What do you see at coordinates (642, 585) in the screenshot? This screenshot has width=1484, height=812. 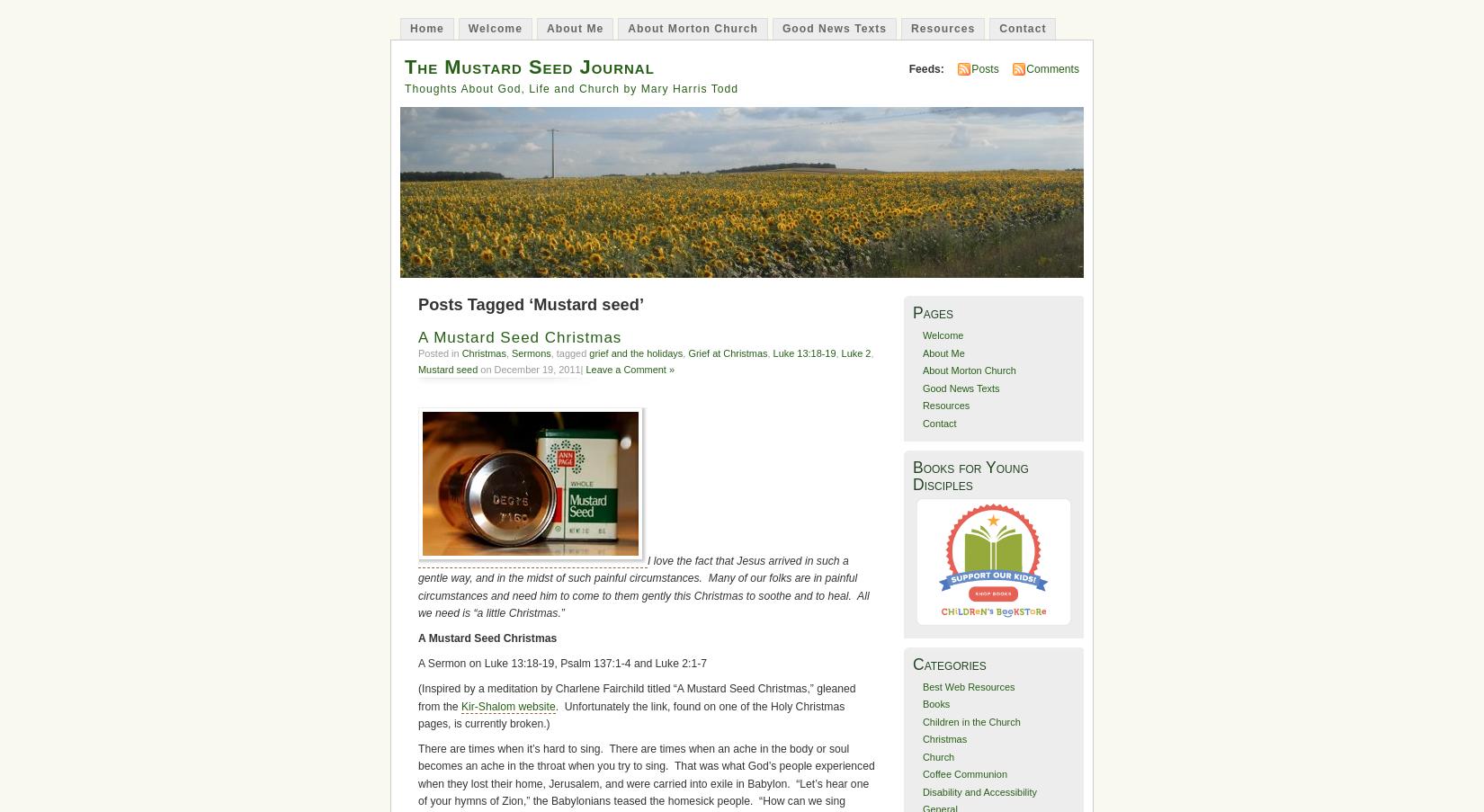 I see `'I love the fact that Jesus arrived in such a gentle way, and in the midst of such painful circumstances.  Many of our folks are in painful circumstances and need him to come to them gently this Christmas to soothe and to heal.  All we need is “a little Christmas.”'` at bounding box center [642, 585].